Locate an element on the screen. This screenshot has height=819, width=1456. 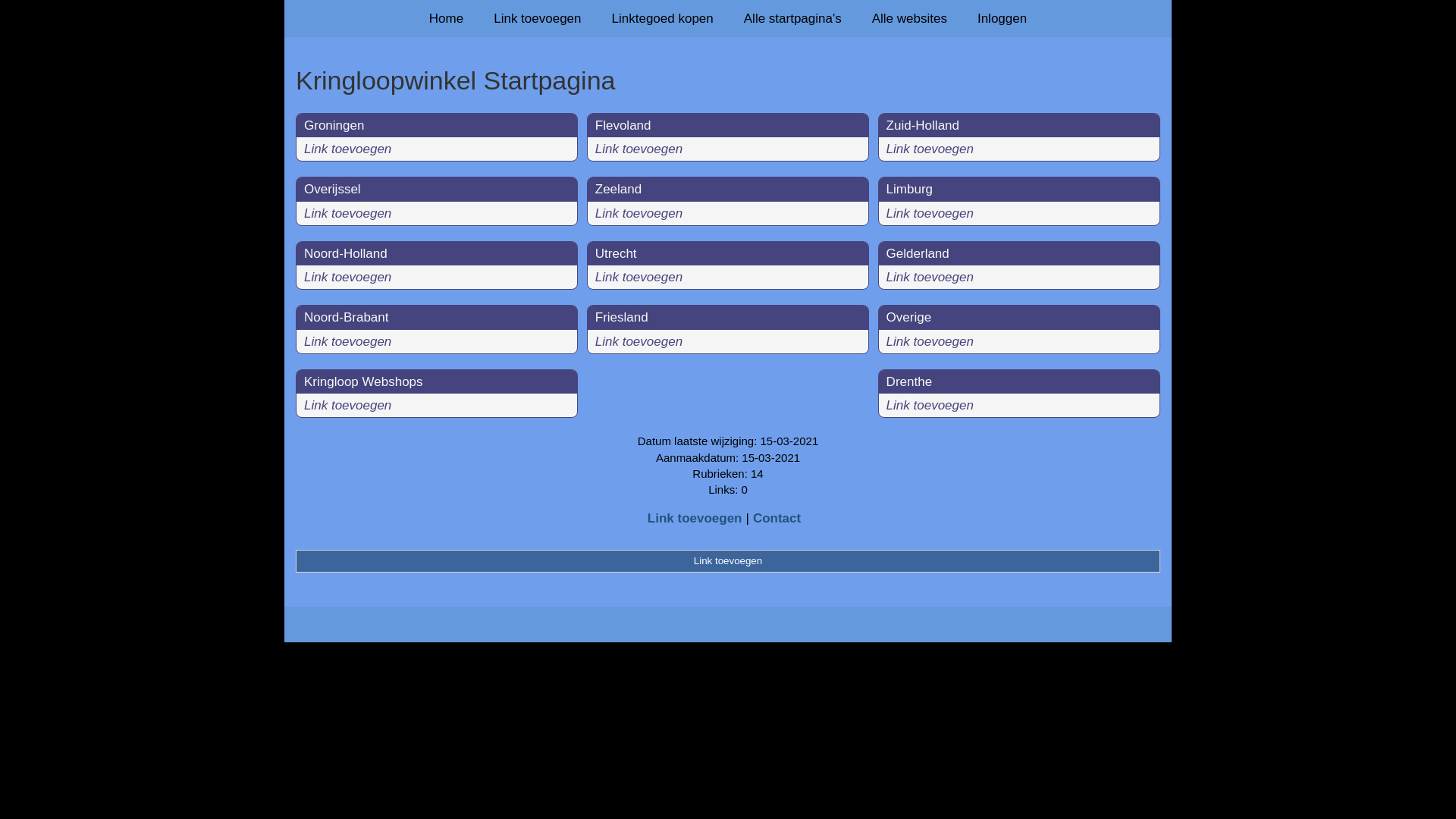
'Alle startpagina's' is located at coordinates (792, 18).